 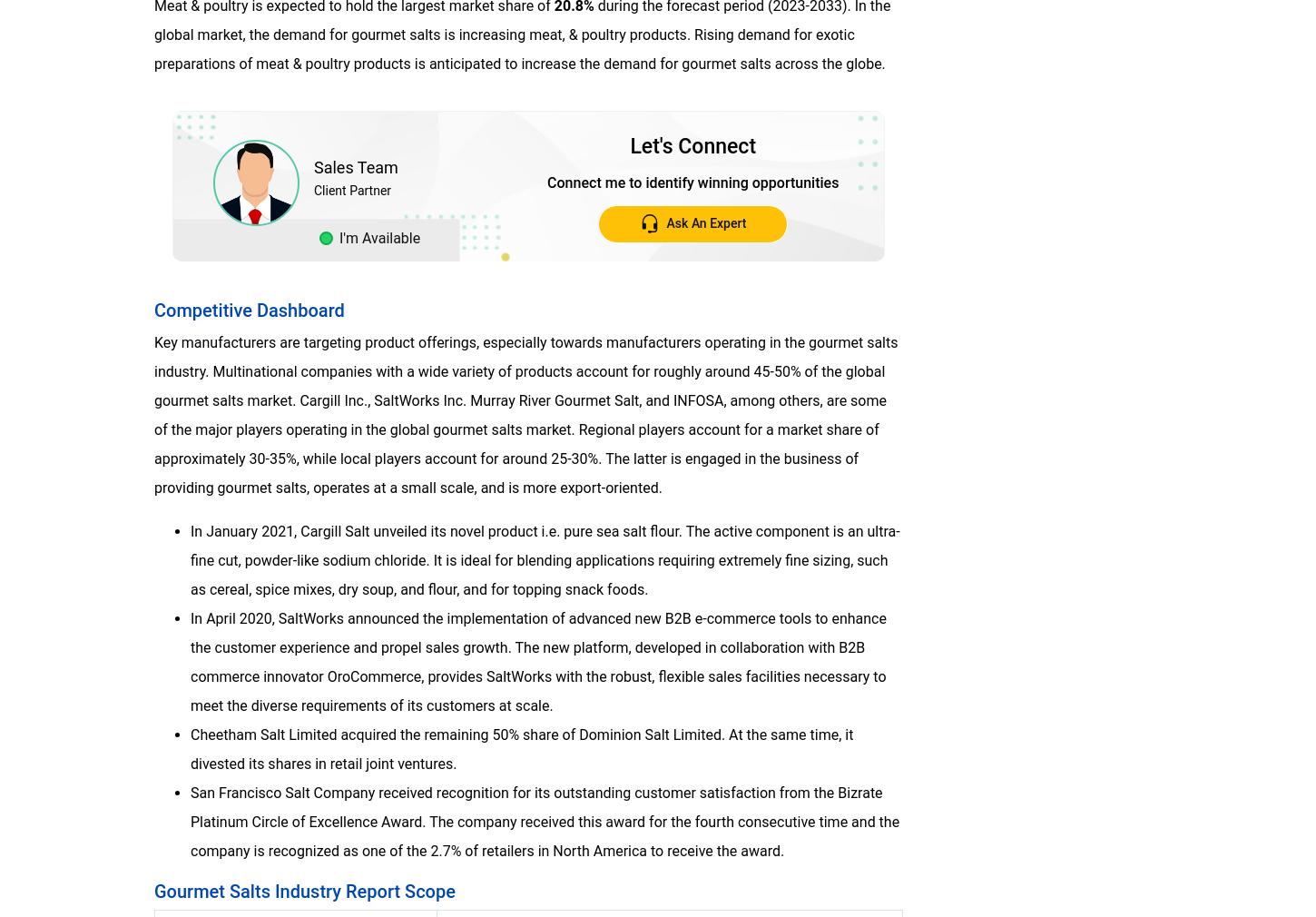 What do you see at coordinates (692, 181) in the screenshot?
I see `'Connect me to identify winning opportunities'` at bounding box center [692, 181].